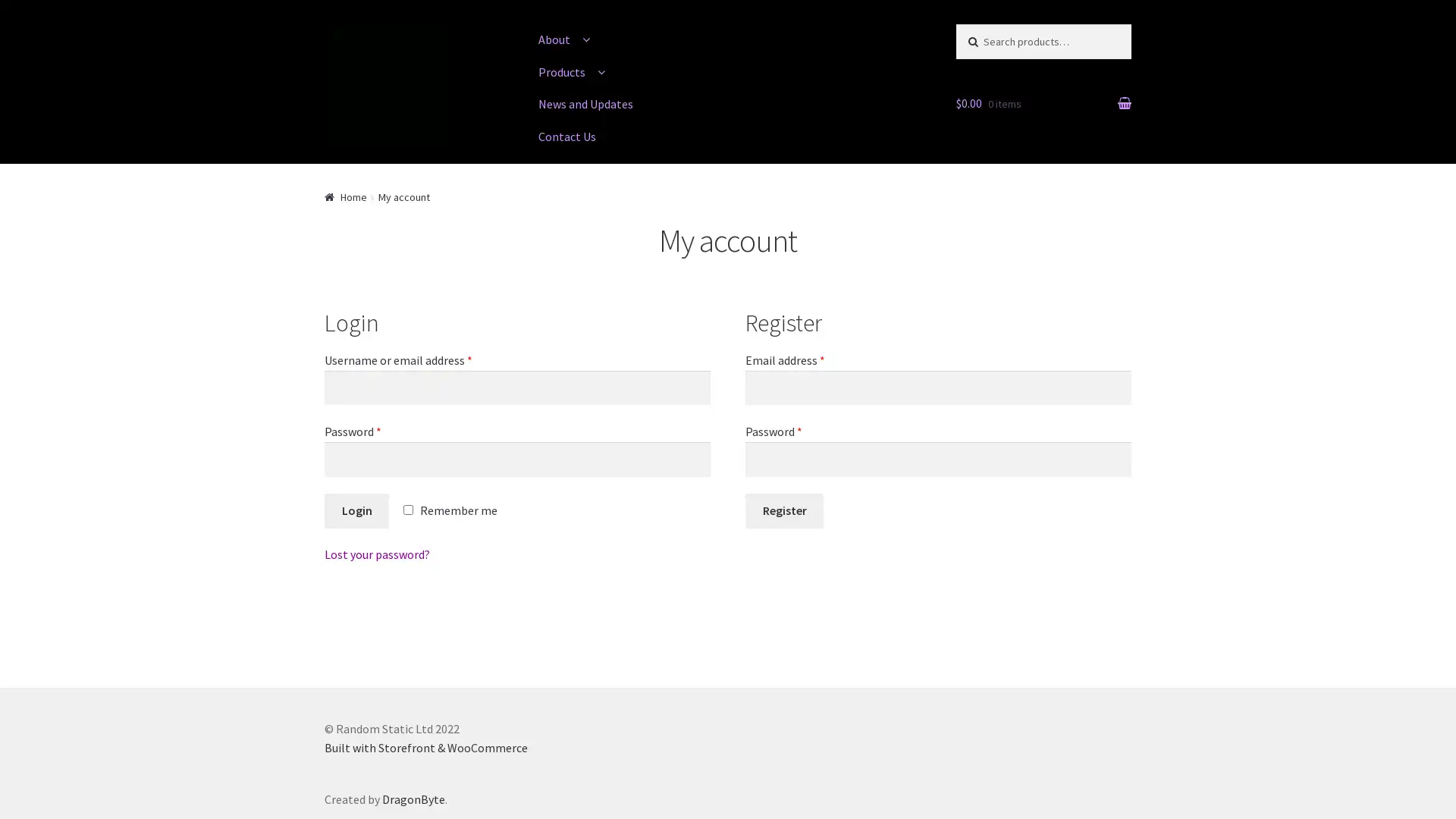 This screenshot has width=1456, height=819. What do you see at coordinates (356, 510) in the screenshot?
I see `Login` at bounding box center [356, 510].